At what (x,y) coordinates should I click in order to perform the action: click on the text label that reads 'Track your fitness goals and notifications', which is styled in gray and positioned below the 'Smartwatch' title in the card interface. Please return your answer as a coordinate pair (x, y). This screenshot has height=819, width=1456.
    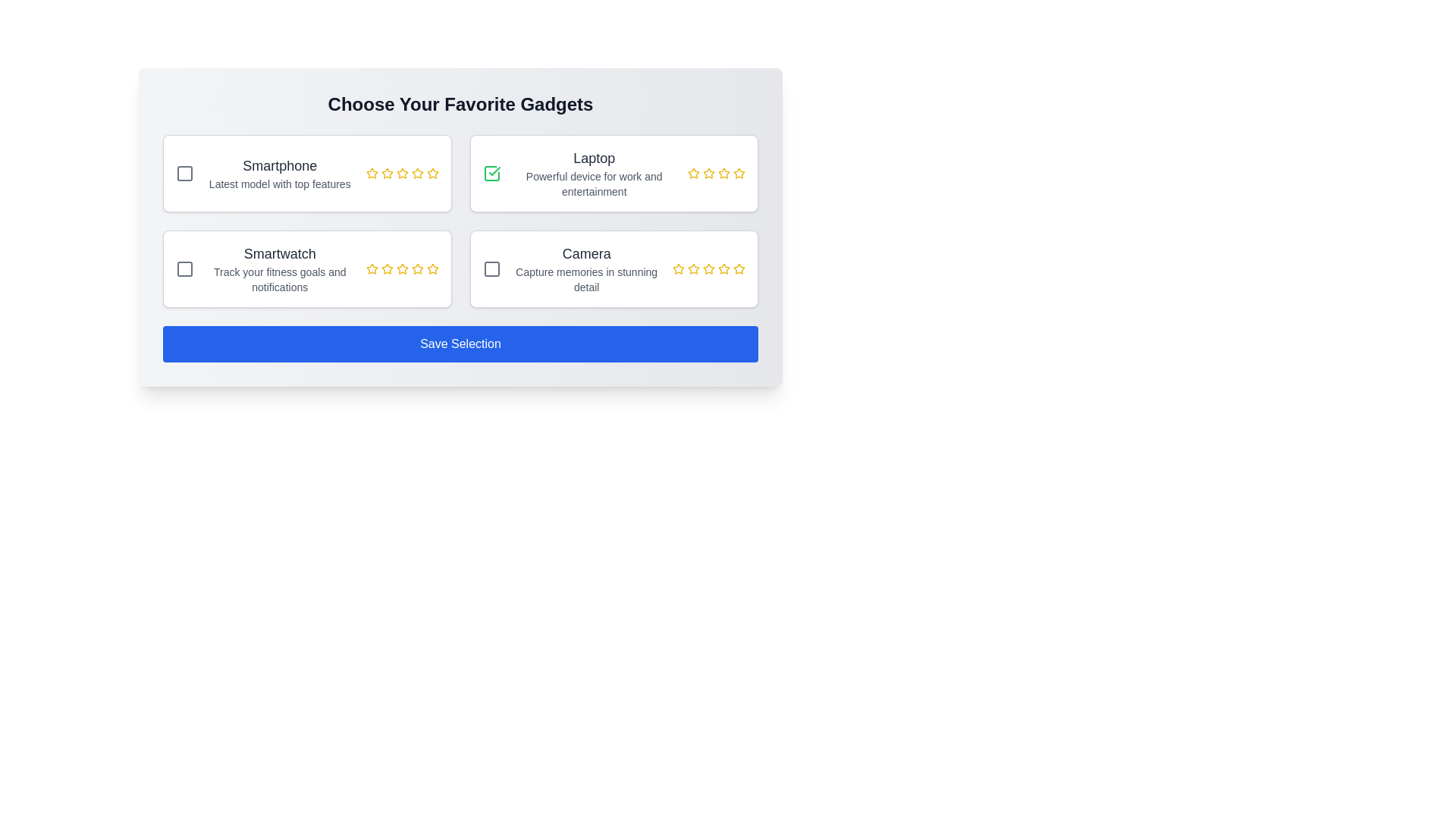
    Looking at the image, I should click on (280, 280).